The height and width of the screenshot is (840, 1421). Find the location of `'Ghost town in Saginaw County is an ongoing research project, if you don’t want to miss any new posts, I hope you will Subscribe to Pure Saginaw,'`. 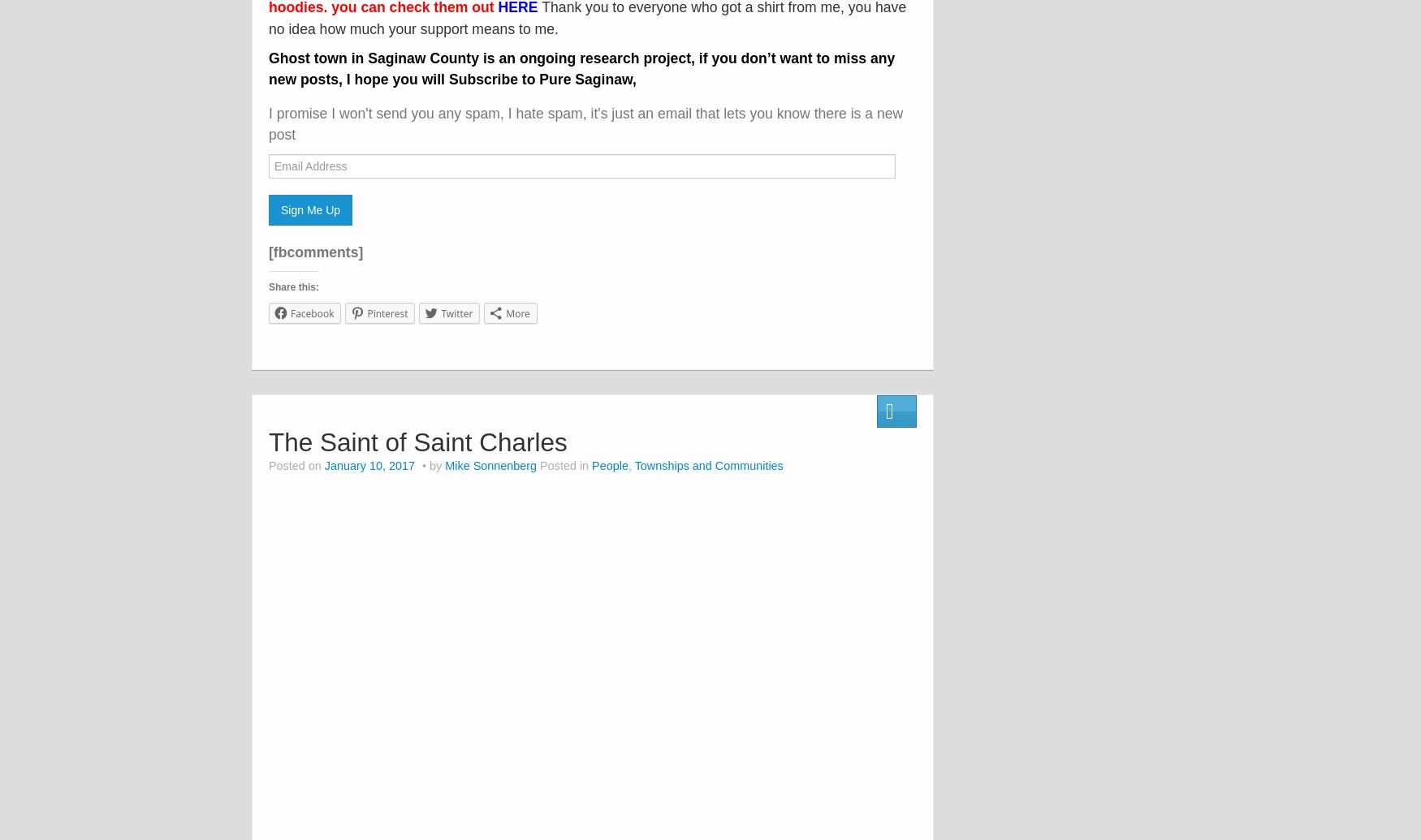

'Ghost town in Saginaw County is an ongoing research project, if you don’t want to miss any new posts, I hope you will Subscribe to Pure Saginaw,' is located at coordinates (268, 68).